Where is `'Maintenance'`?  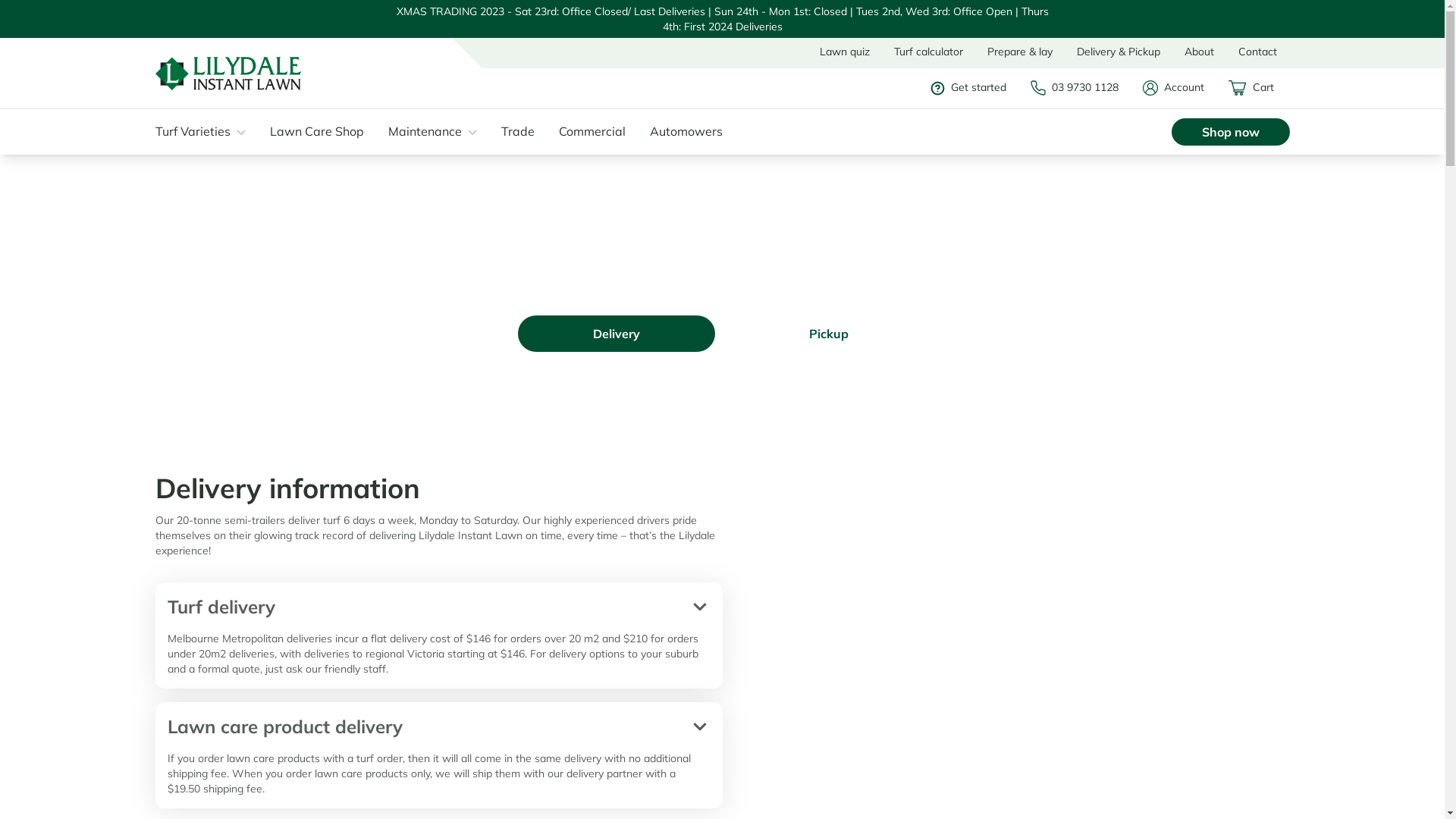 'Maintenance' is located at coordinates (388, 130).